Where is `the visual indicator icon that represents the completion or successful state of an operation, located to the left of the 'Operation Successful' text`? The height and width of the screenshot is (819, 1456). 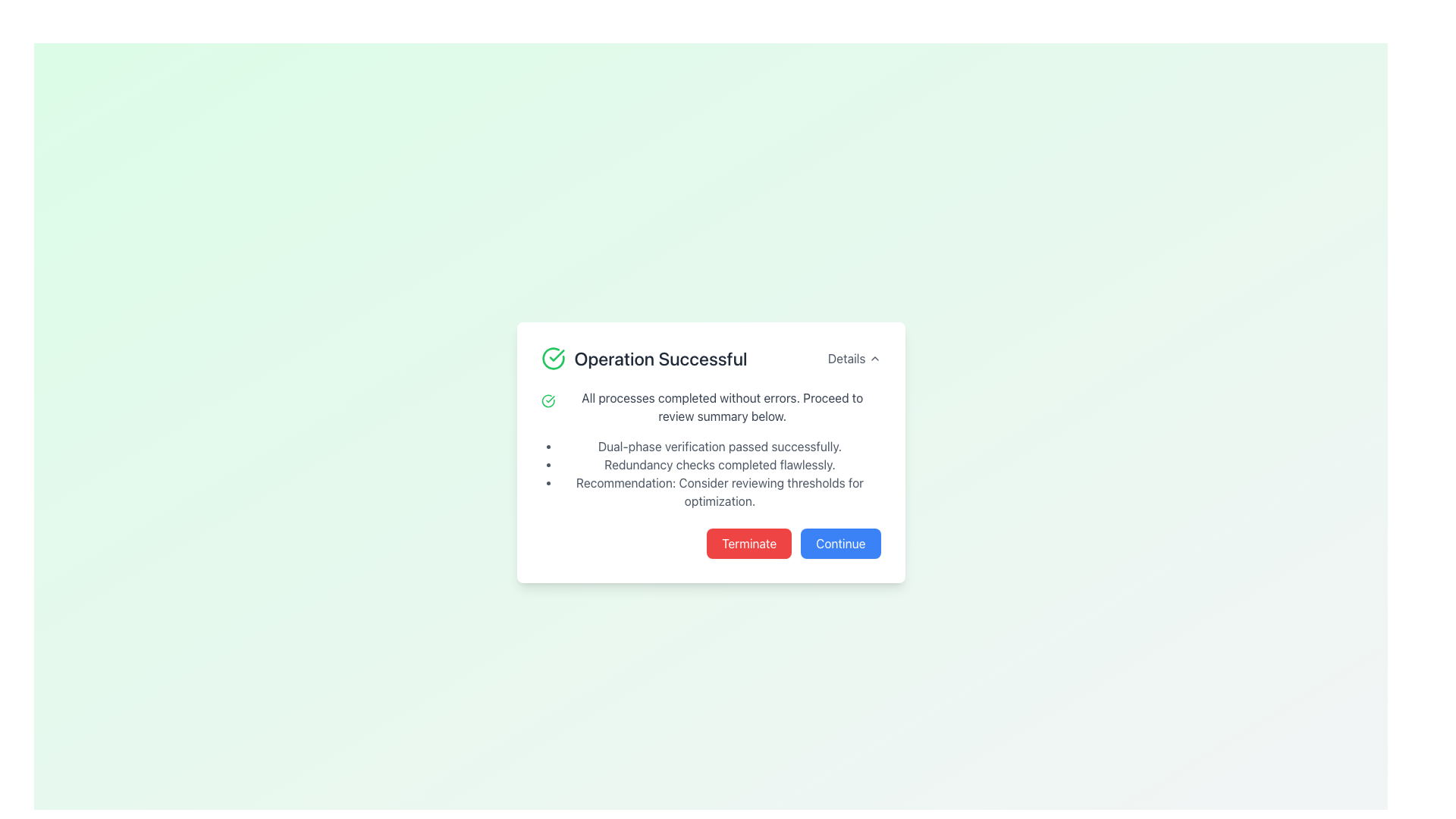 the visual indicator icon that represents the completion or successful state of an operation, located to the left of the 'Operation Successful' text is located at coordinates (547, 400).